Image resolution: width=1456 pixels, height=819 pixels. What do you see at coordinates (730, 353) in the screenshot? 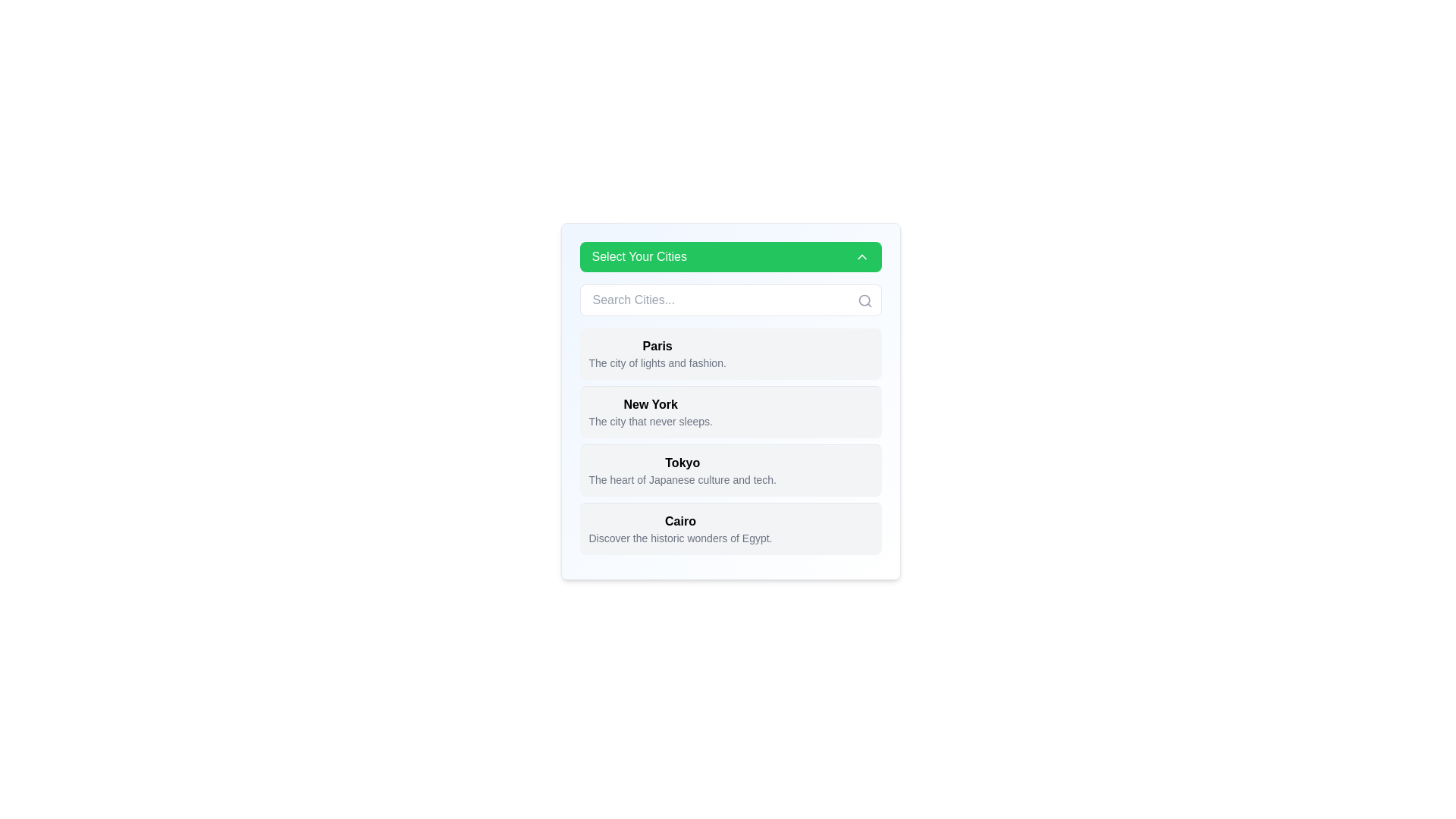
I see `the first Button-like list item located directly below the 'Search Cities...' bar` at bounding box center [730, 353].